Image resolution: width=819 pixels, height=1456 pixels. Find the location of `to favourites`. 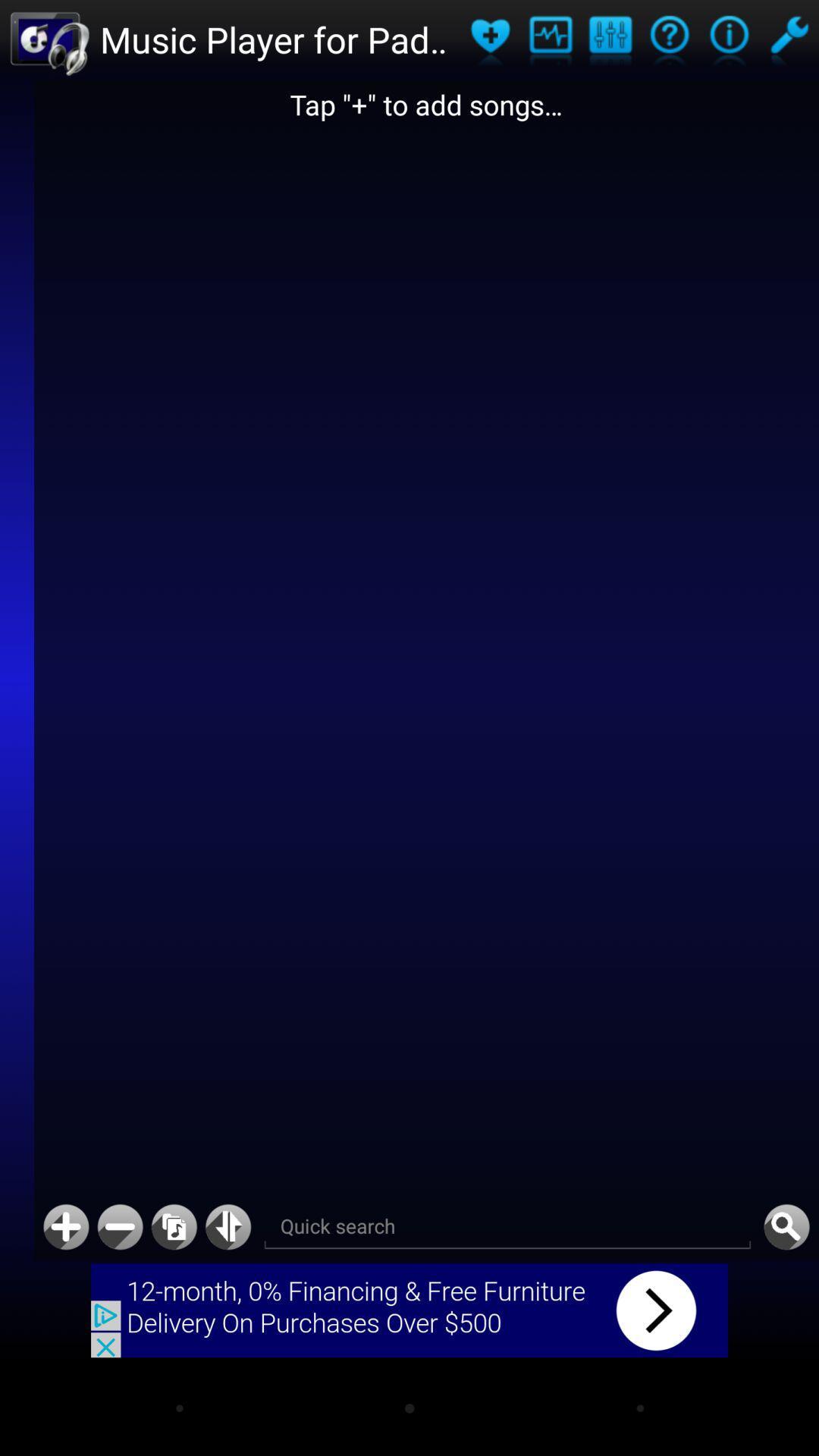

to favourites is located at coordinates (490, 39).